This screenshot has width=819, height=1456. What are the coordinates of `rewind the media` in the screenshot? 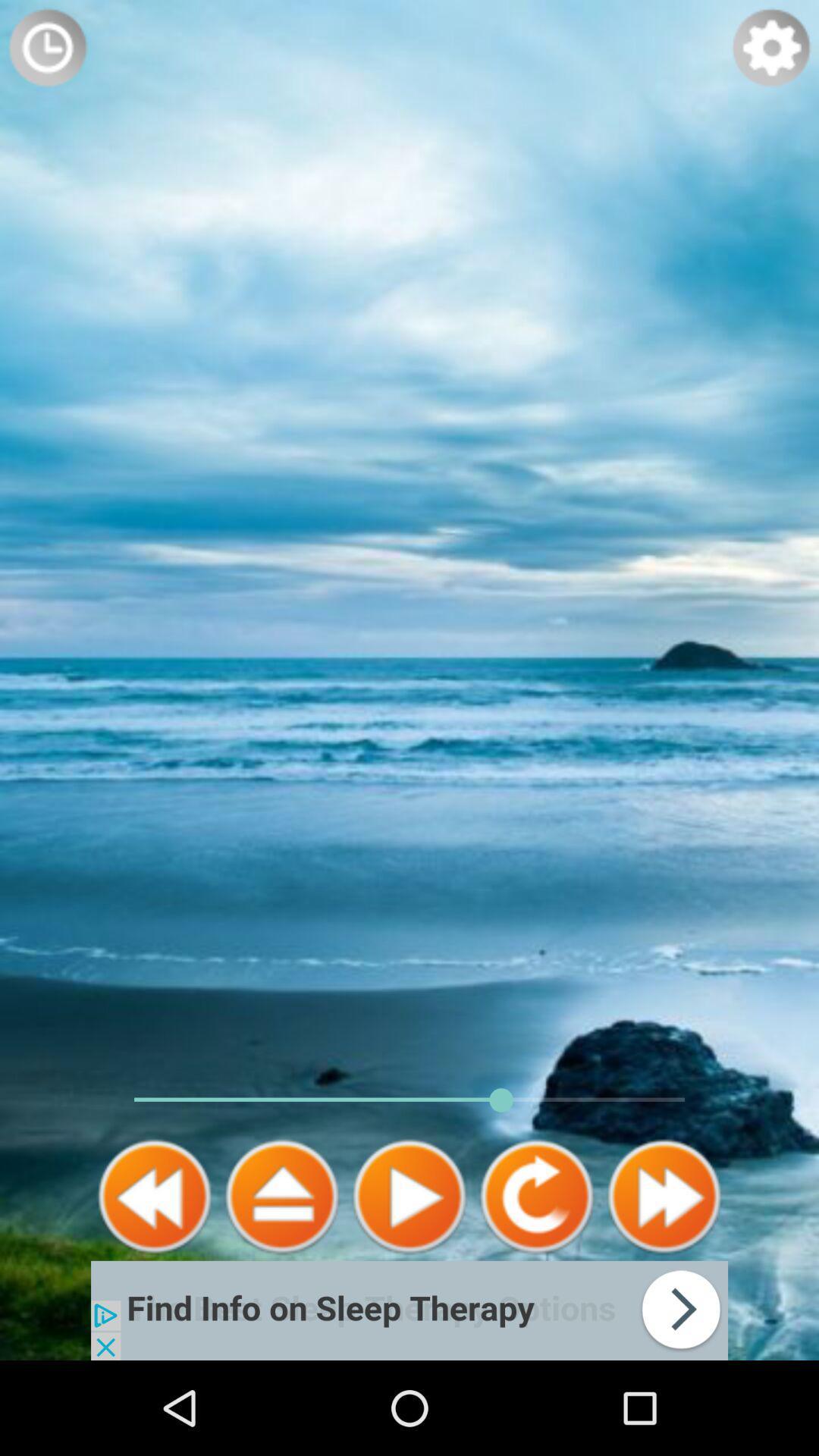 It's located at (155, 1196).